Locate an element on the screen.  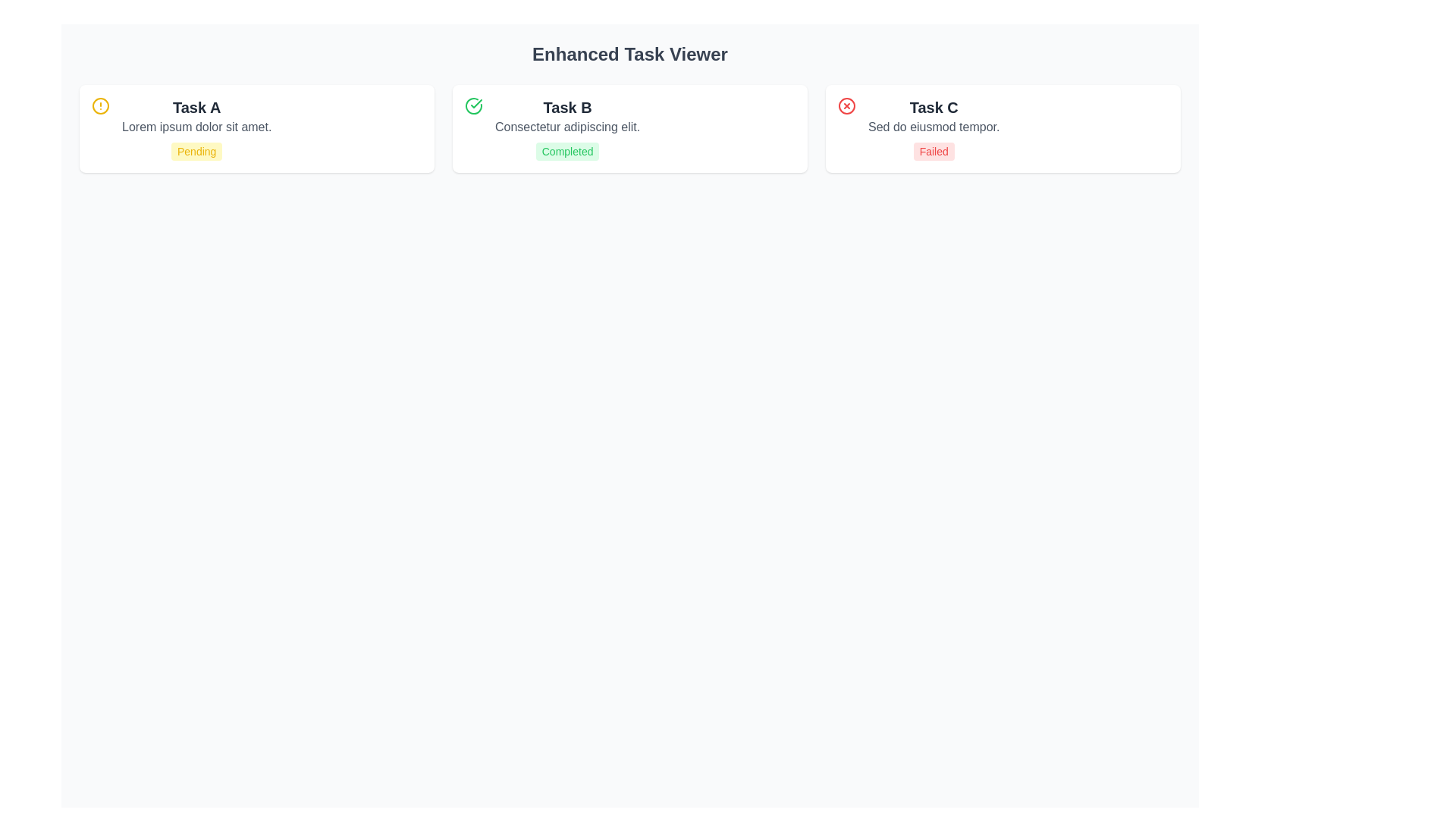
the Status label that displays the completion status of Task B, located at the bottom of the Task B card, beneath the subtitle text is located at coordinates (566, 152).